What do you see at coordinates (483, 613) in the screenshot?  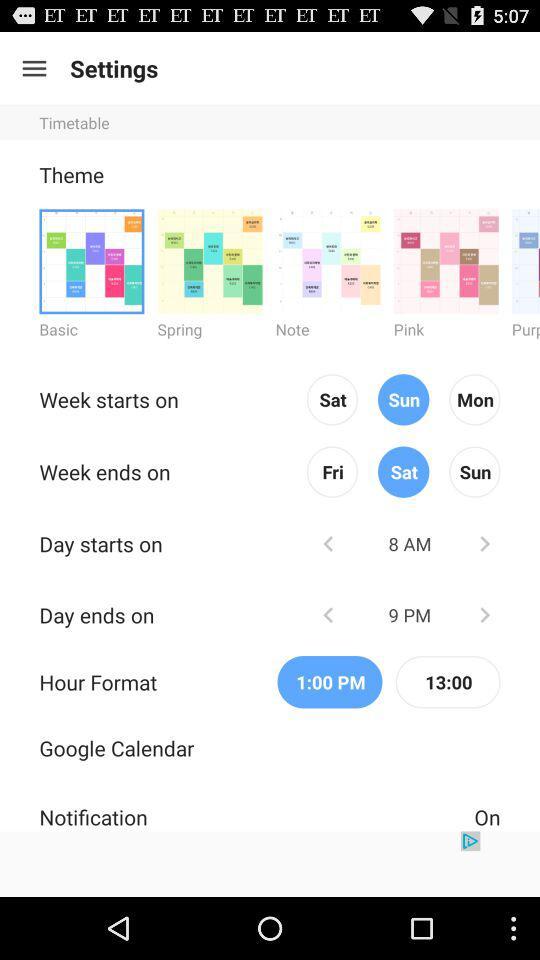 I see `increase hour` at bounding box center [483, 613].